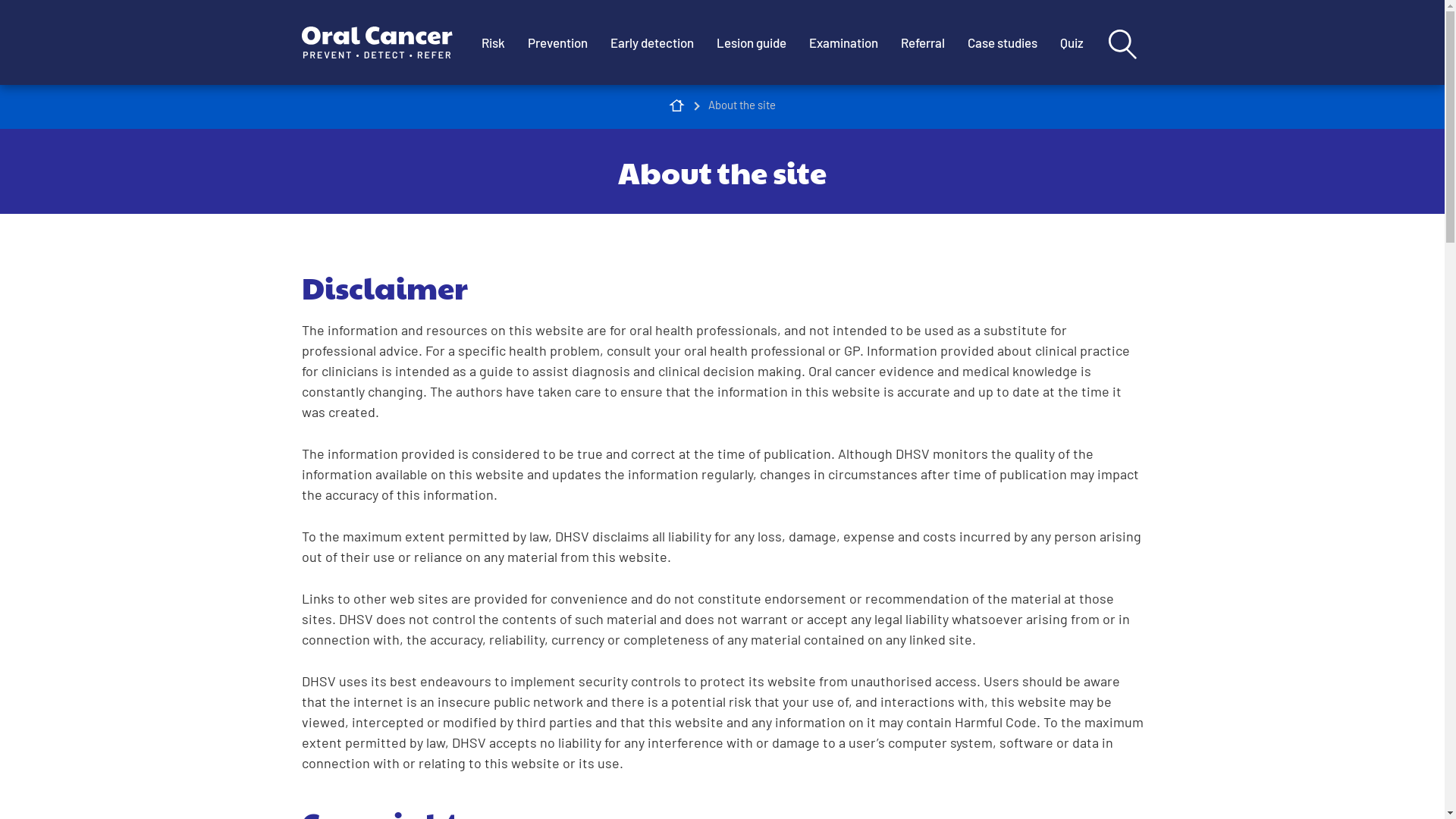 This screenshot has height=819, width=1456. Describe the element at coordinates (385, 42) in the screenshot. I see `'Home'` at that location.